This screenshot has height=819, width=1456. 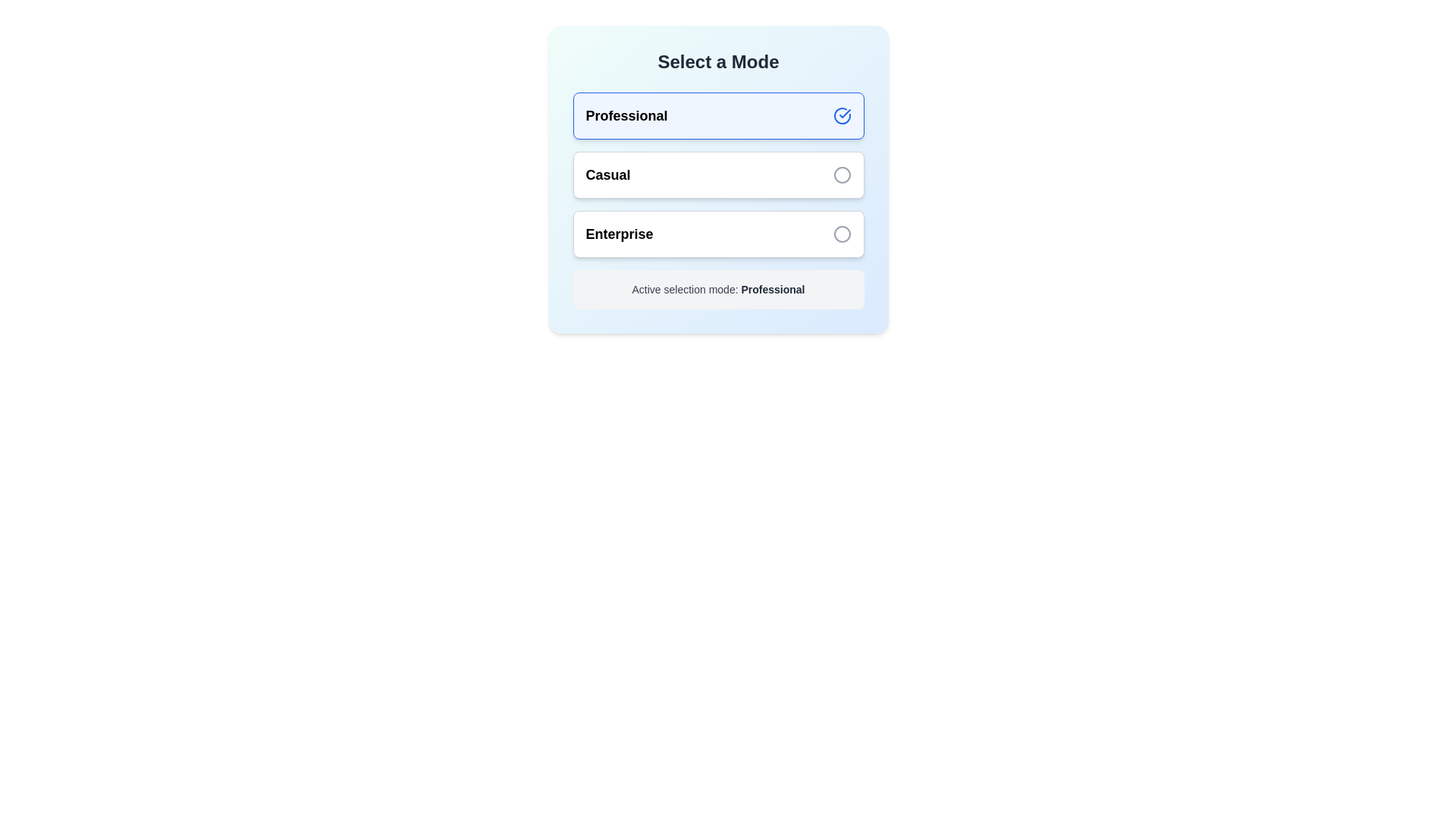 What do you see at coordinates (773, 289) in the screenshot?
I see `the bolded text 'Professional' in the status message 'Active selection mode: Professional', which confirms the selected mode for the user` at bounding box center [773, 289].